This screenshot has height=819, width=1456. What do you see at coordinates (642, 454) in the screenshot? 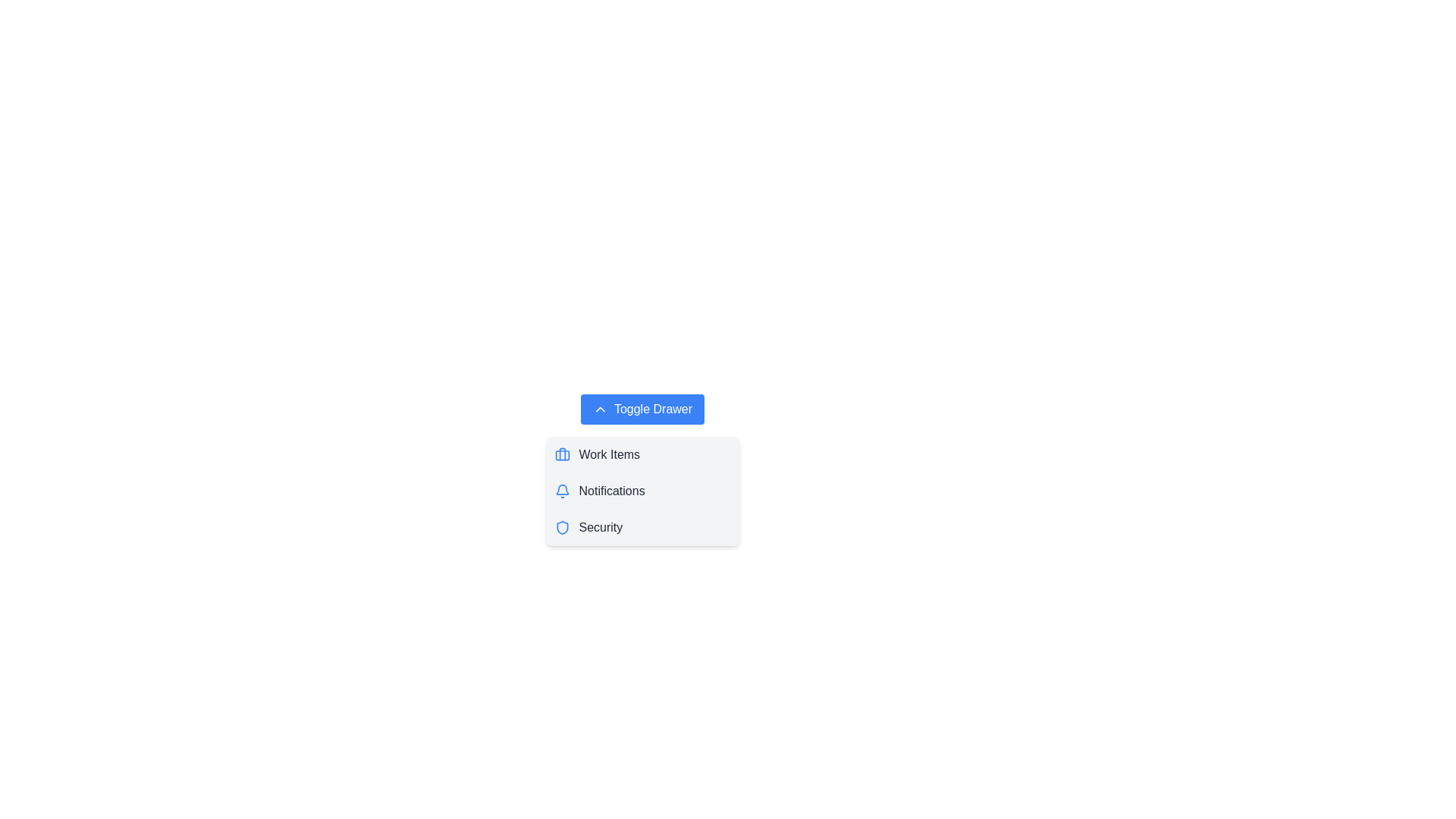
I see `the menu item Work Items in the drawer` at bounding box center [642, 454].